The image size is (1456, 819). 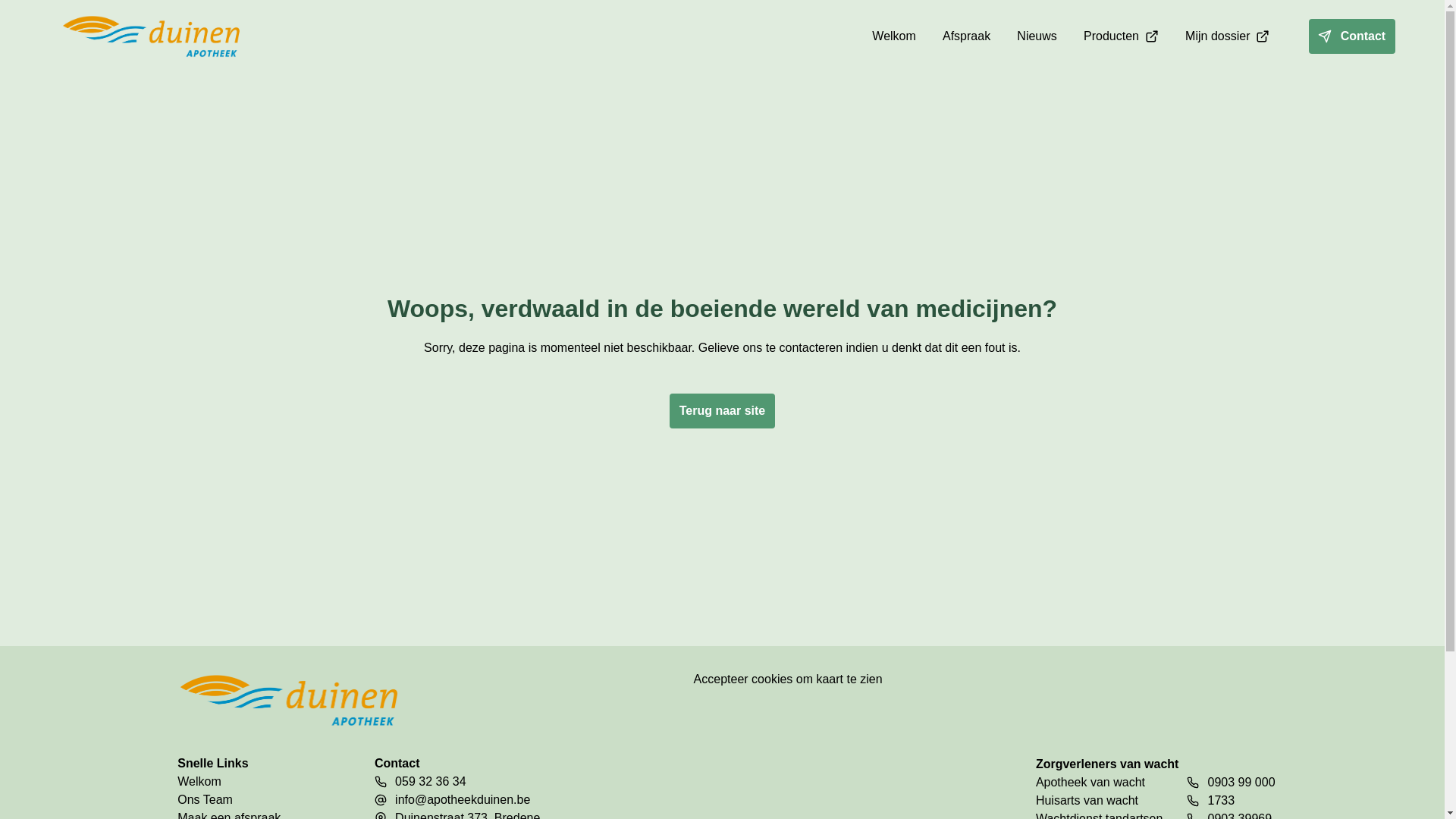 What do you see at coordinates (251, 781) in the screenshot?
I see `'Welkom'` at bounding box center [251, 781].